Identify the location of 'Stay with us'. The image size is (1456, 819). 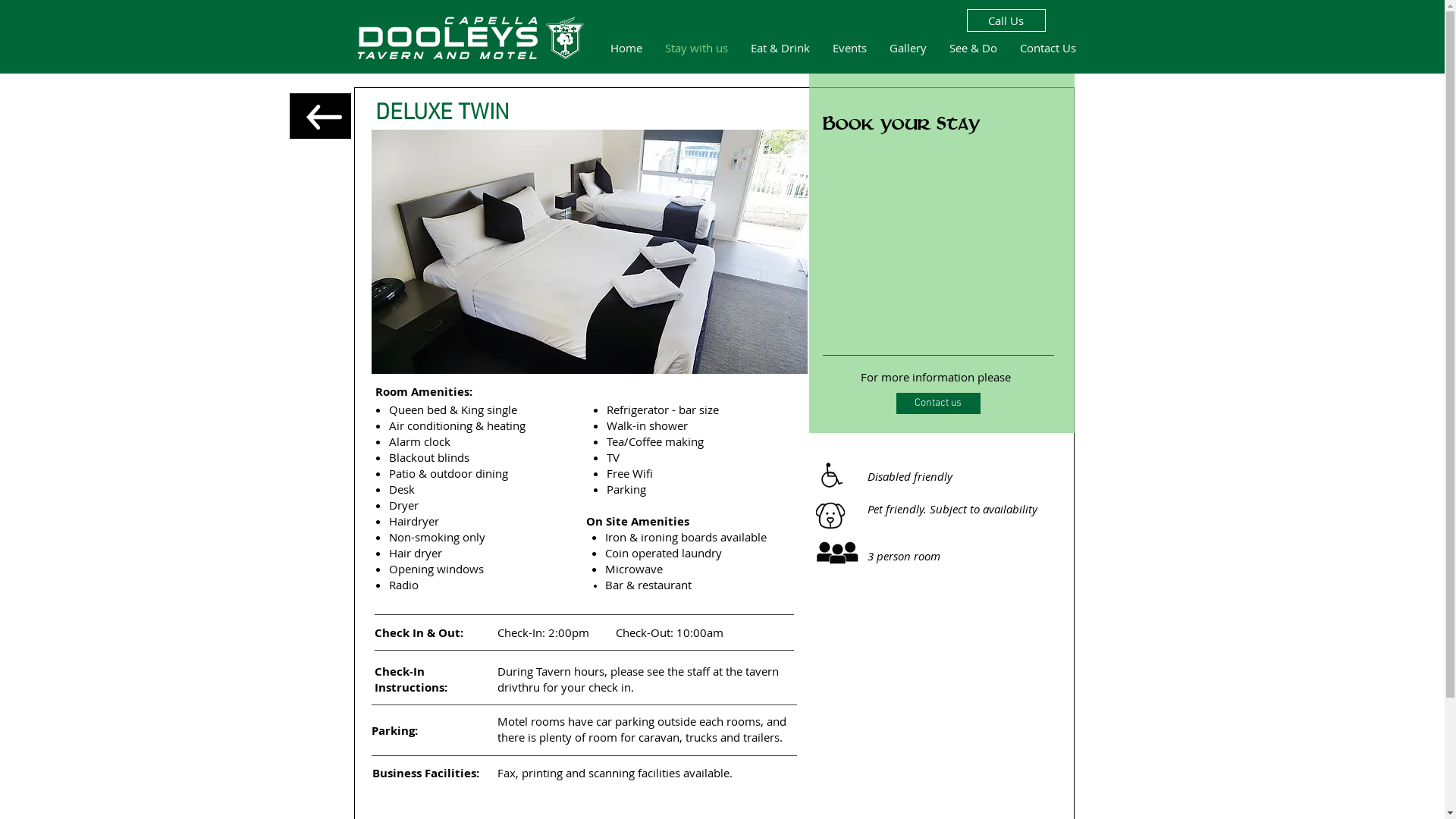
(695, 46).